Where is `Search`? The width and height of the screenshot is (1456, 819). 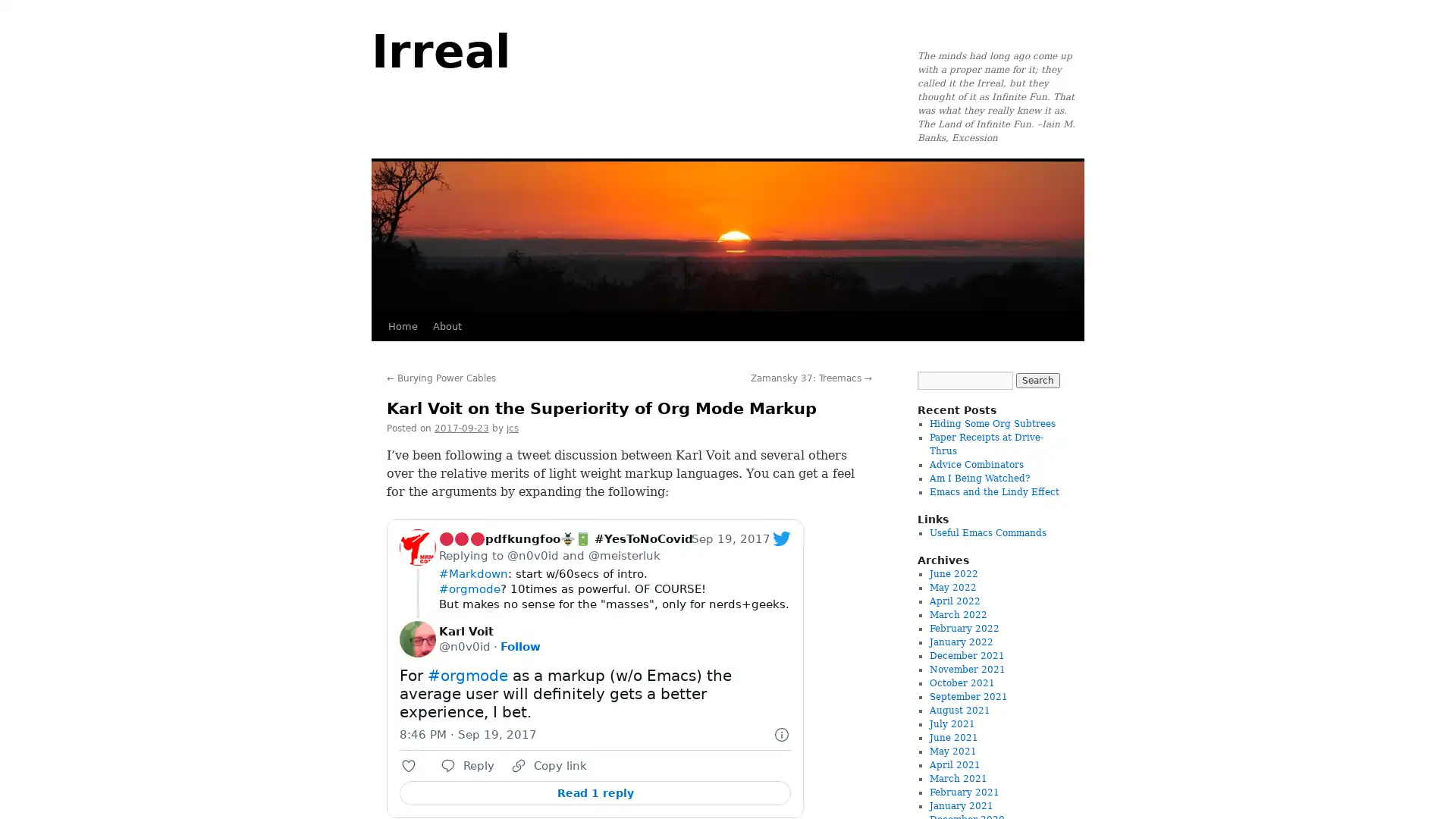 Search is located at coordinates (1037, 379).